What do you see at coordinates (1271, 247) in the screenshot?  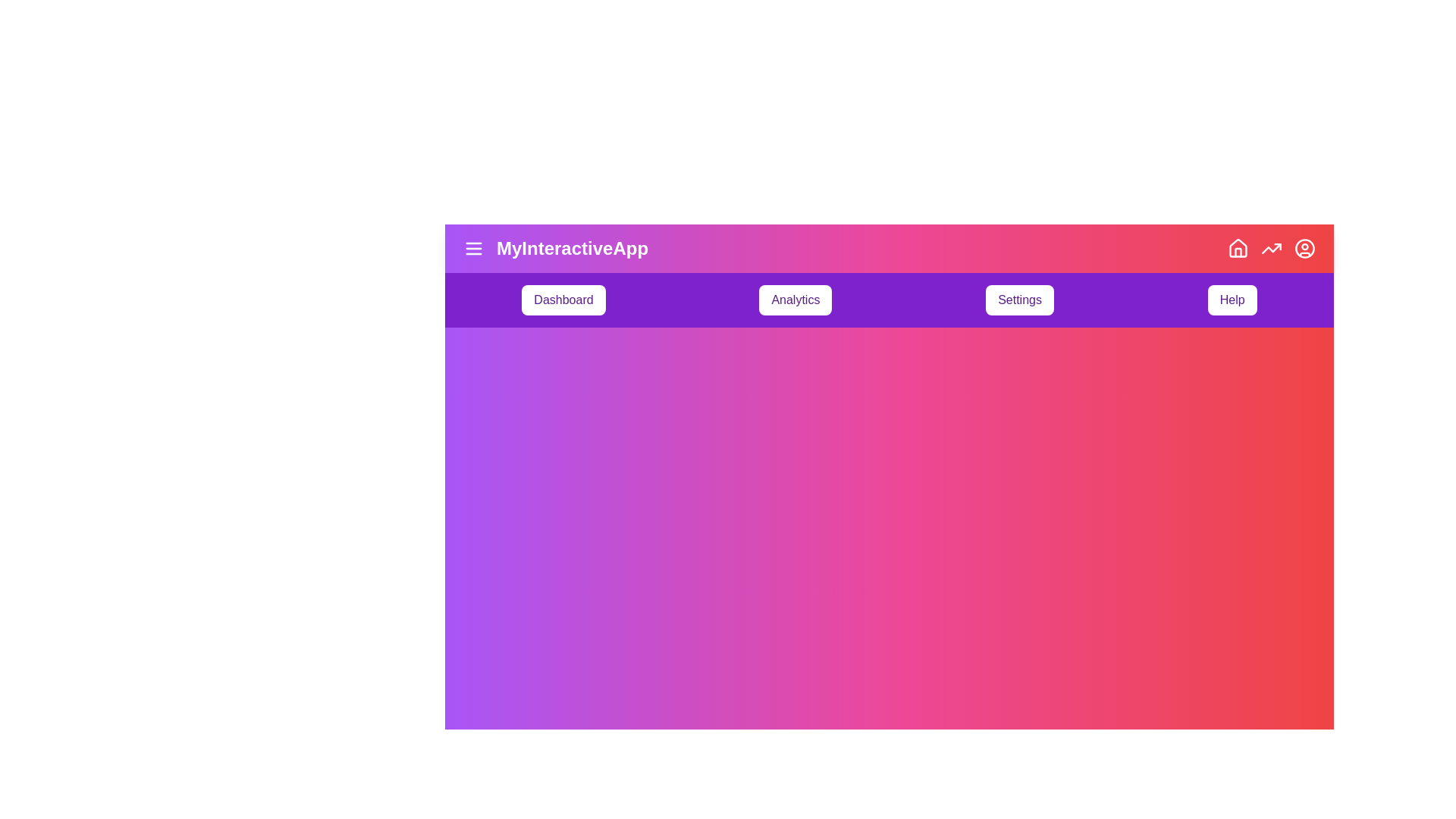 I see `the 'TrendingUp' icon button` at bounding box center [1271, 247].